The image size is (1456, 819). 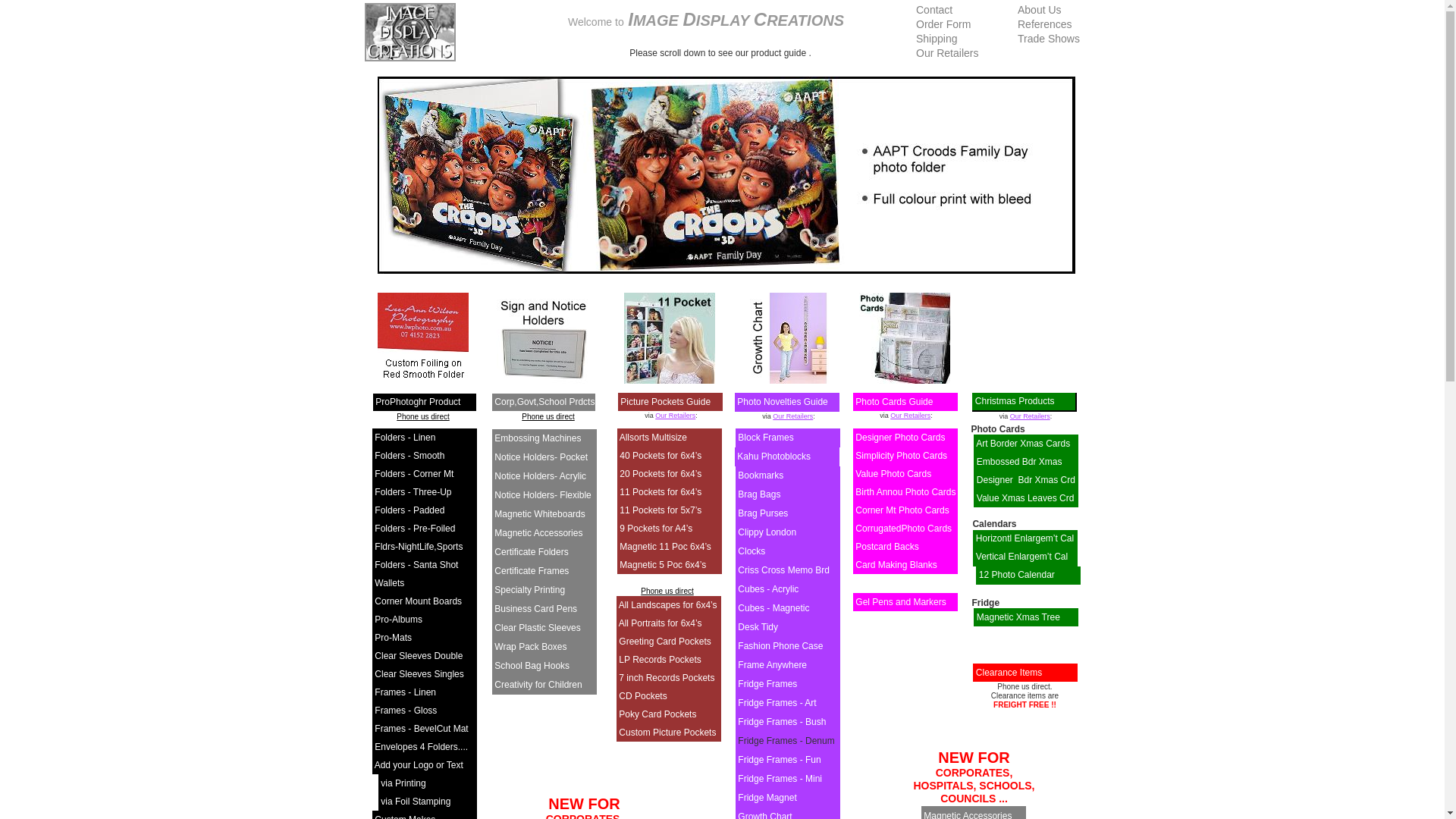 I want to click on 'Kahu Photoblocks', so click(x=773, y=455).